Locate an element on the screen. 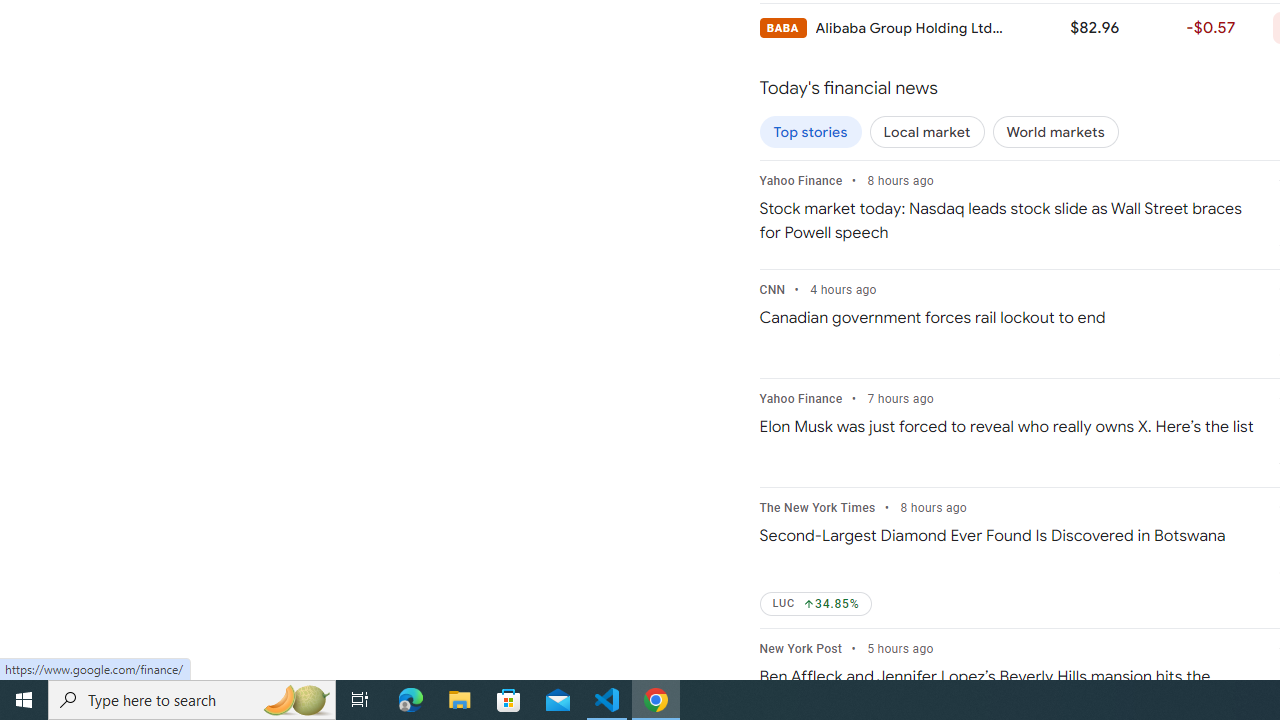  'LUC Up by 34.85%' is located at coordinates (816, 603).